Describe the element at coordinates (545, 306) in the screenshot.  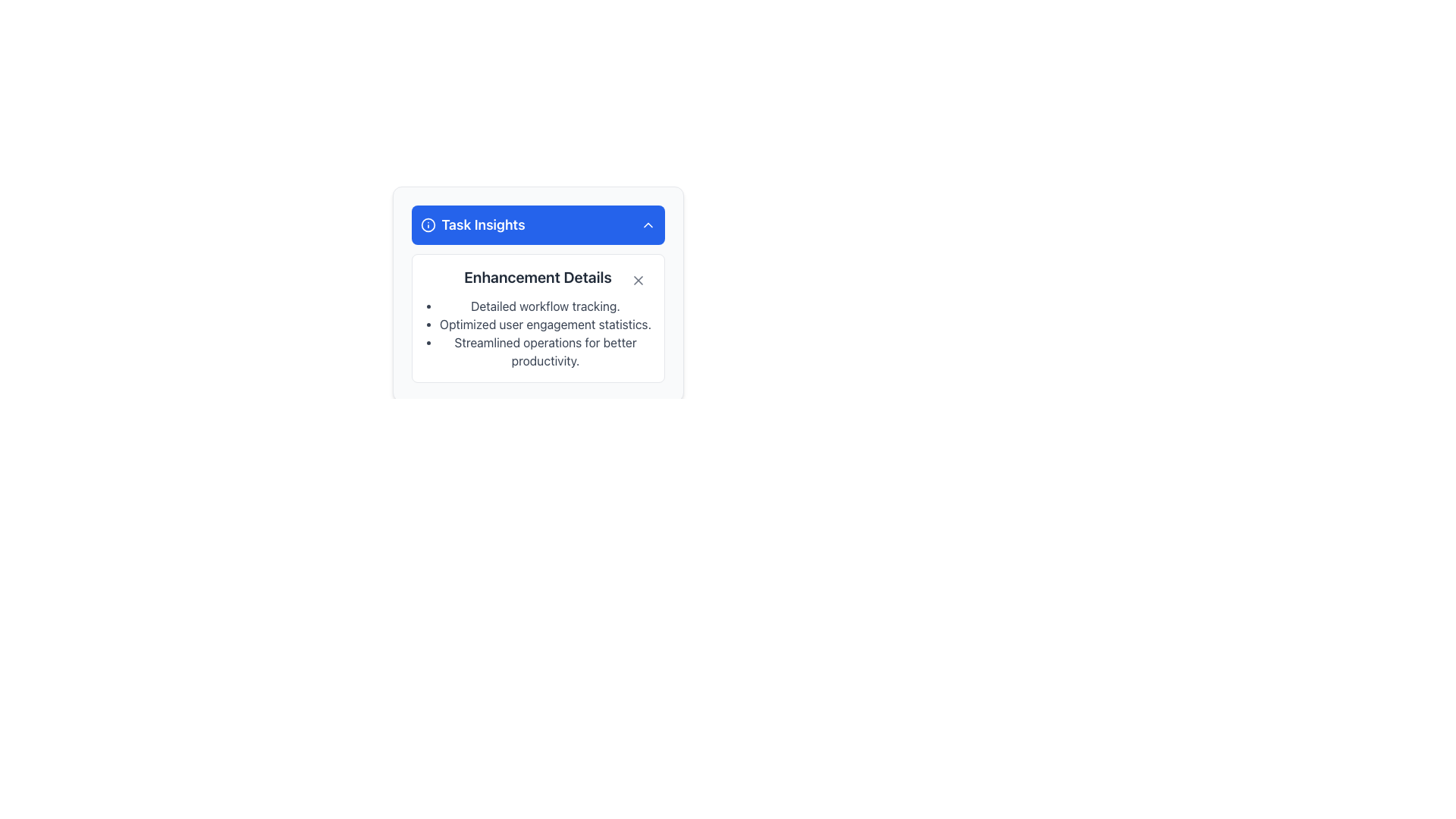
I see `the first bullet point in the 'Enhancement Details' list, which is informational and provides a feature or benefit` at that location.